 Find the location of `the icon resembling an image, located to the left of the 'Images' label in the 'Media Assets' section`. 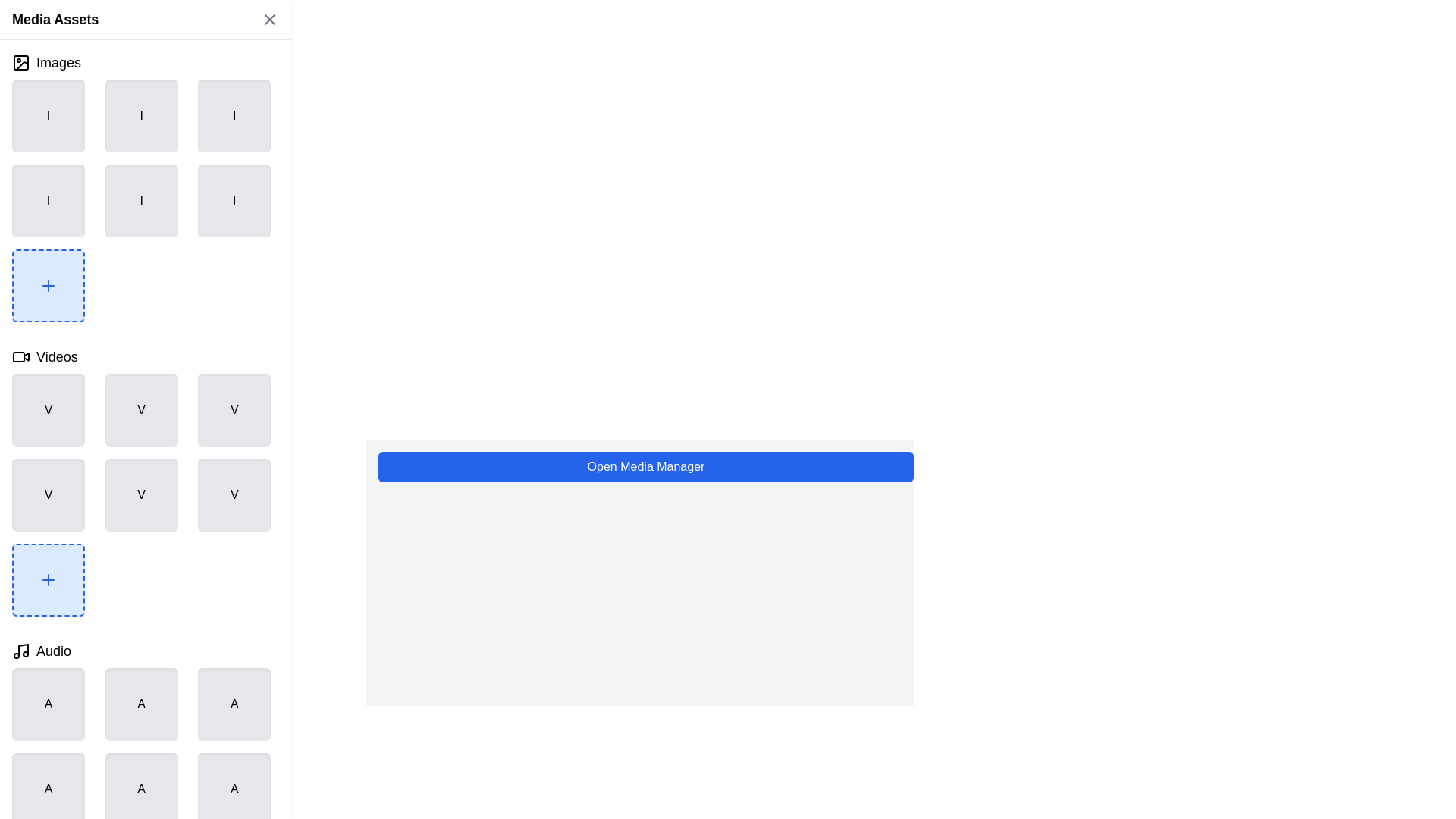

the icon resembling an image, located to the left of the 'Images' label in the 'Media Assets' section is located at coordinates (21, 62).